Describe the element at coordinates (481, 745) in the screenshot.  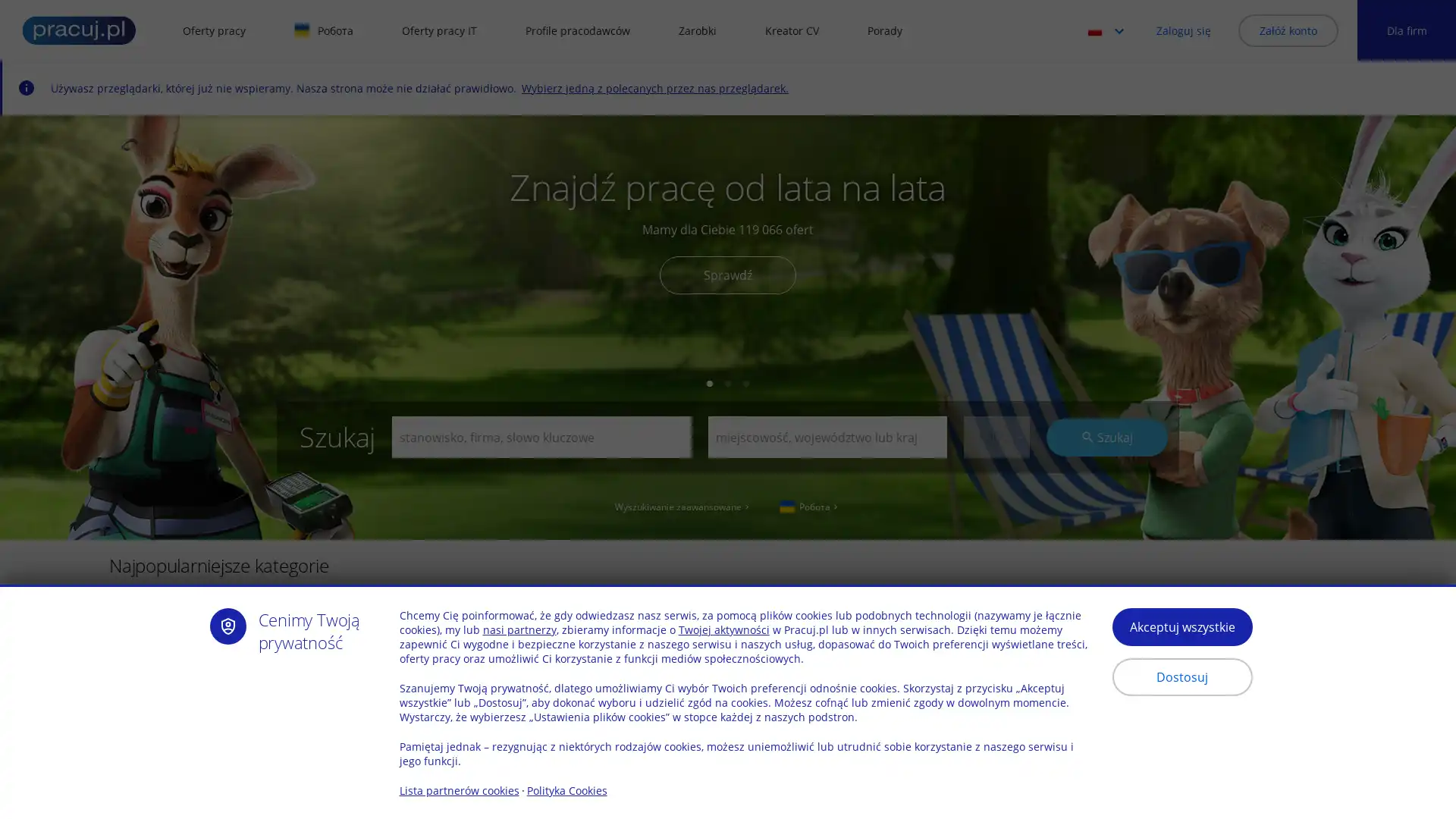
I see `WYSANE APLIKACJE` at that location.